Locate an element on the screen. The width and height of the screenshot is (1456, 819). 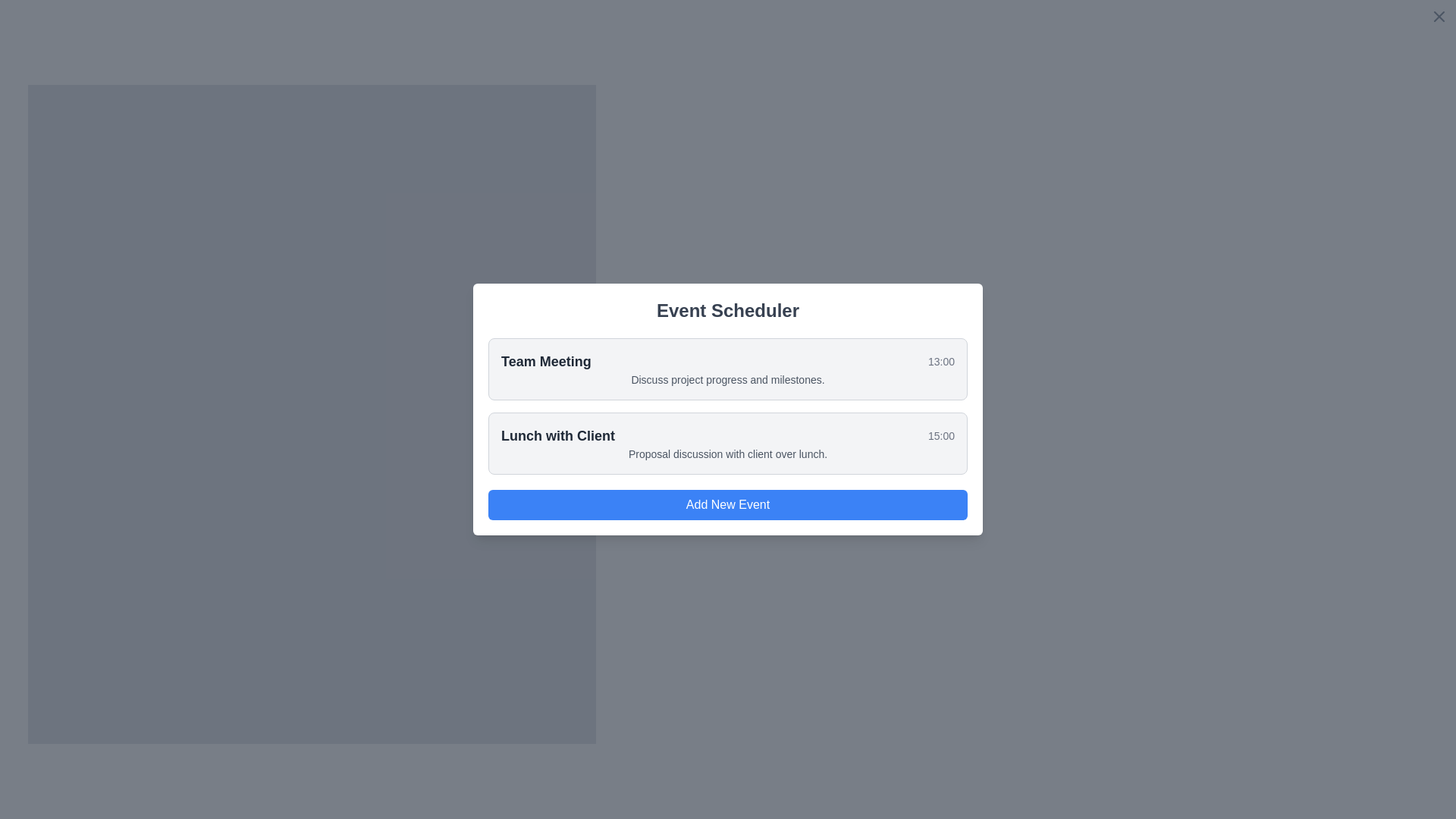
the informational calendar entry card that summarizes a specific event, located at the center of the card positioned above the 'Lunch with Client' block is located at coordinates (728, 369).